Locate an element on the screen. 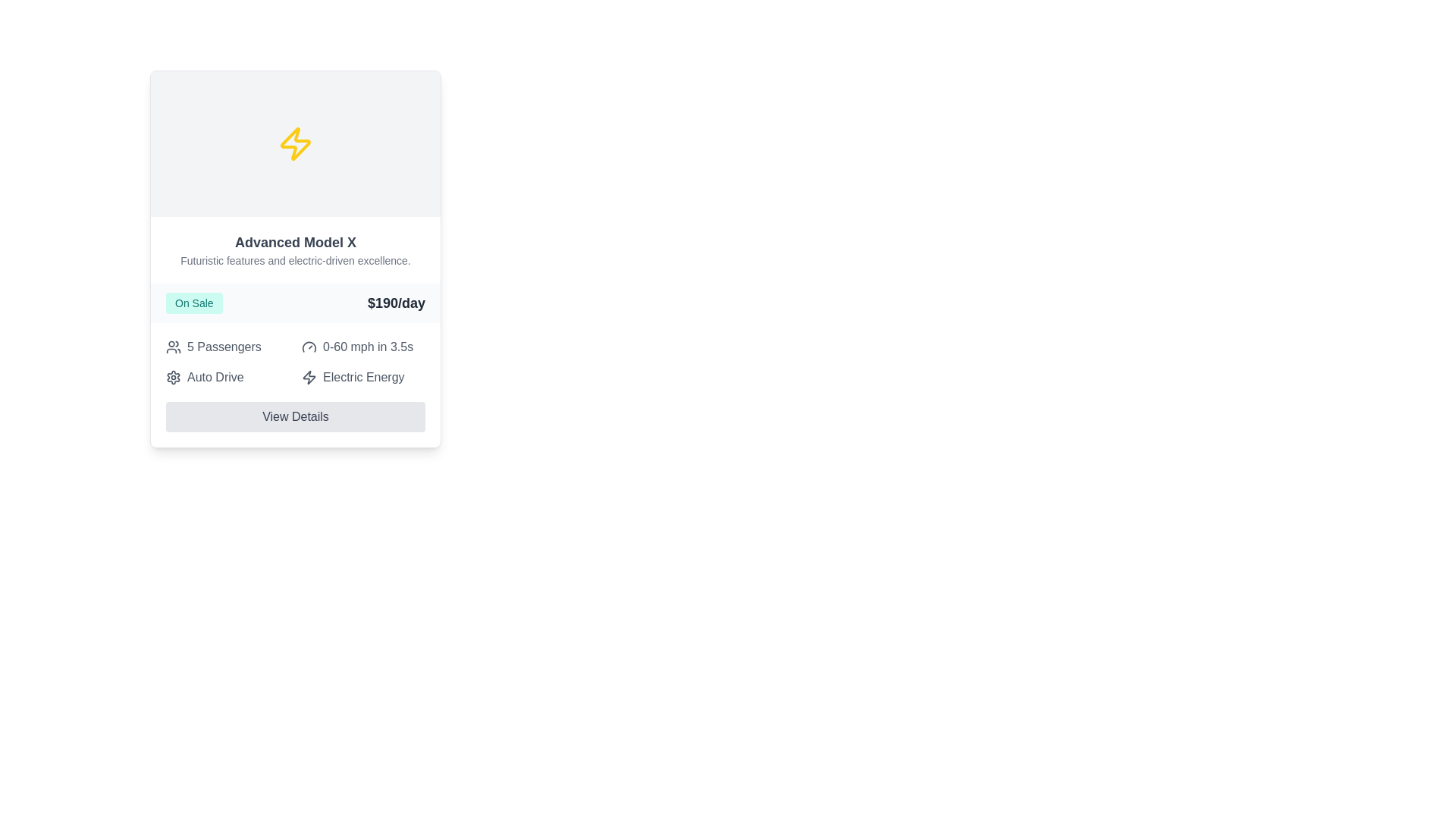 This screenshot has width=1456, height=819. the styling of the settings icon, which is a gear or cogwheel symbol located at the bottom right corner of the context image is located at coordinates (174, 376).